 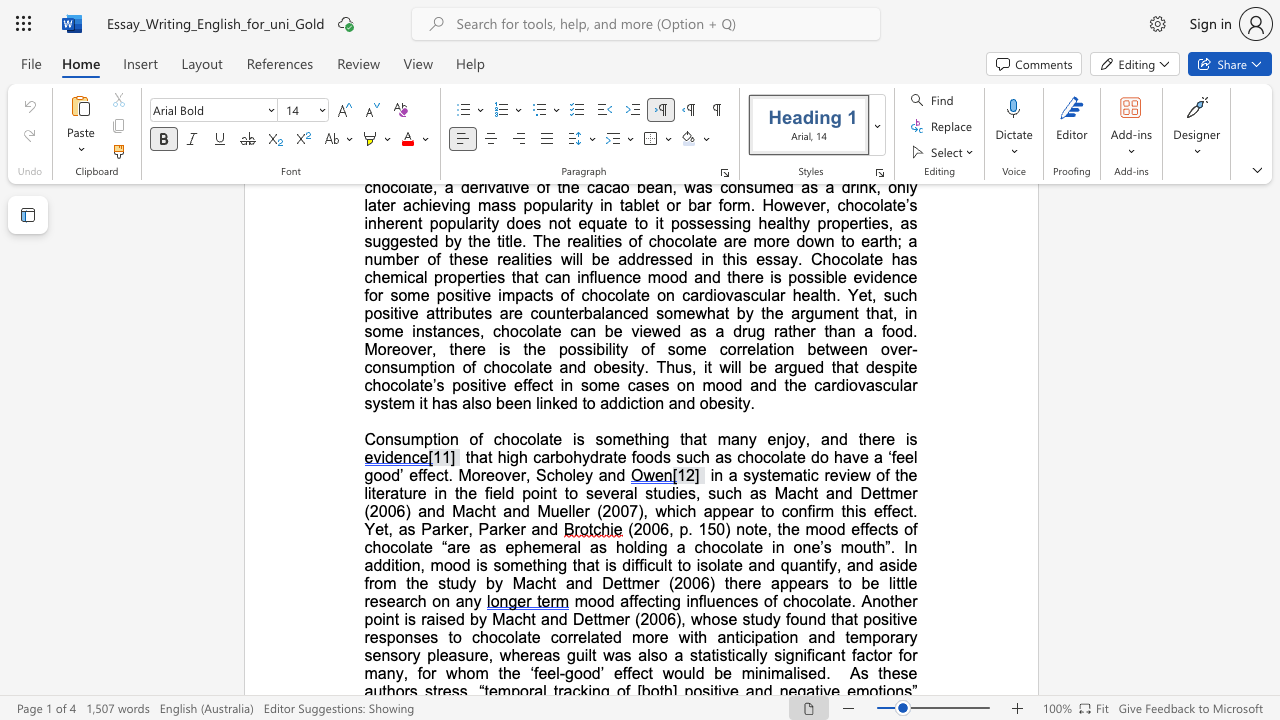 I want to click on the subset text "s a" within the text "guilt was also a statistically significant factor for many, for whom the ‘feel-good’ effect would be minimalised", so click(x=622, y=655).